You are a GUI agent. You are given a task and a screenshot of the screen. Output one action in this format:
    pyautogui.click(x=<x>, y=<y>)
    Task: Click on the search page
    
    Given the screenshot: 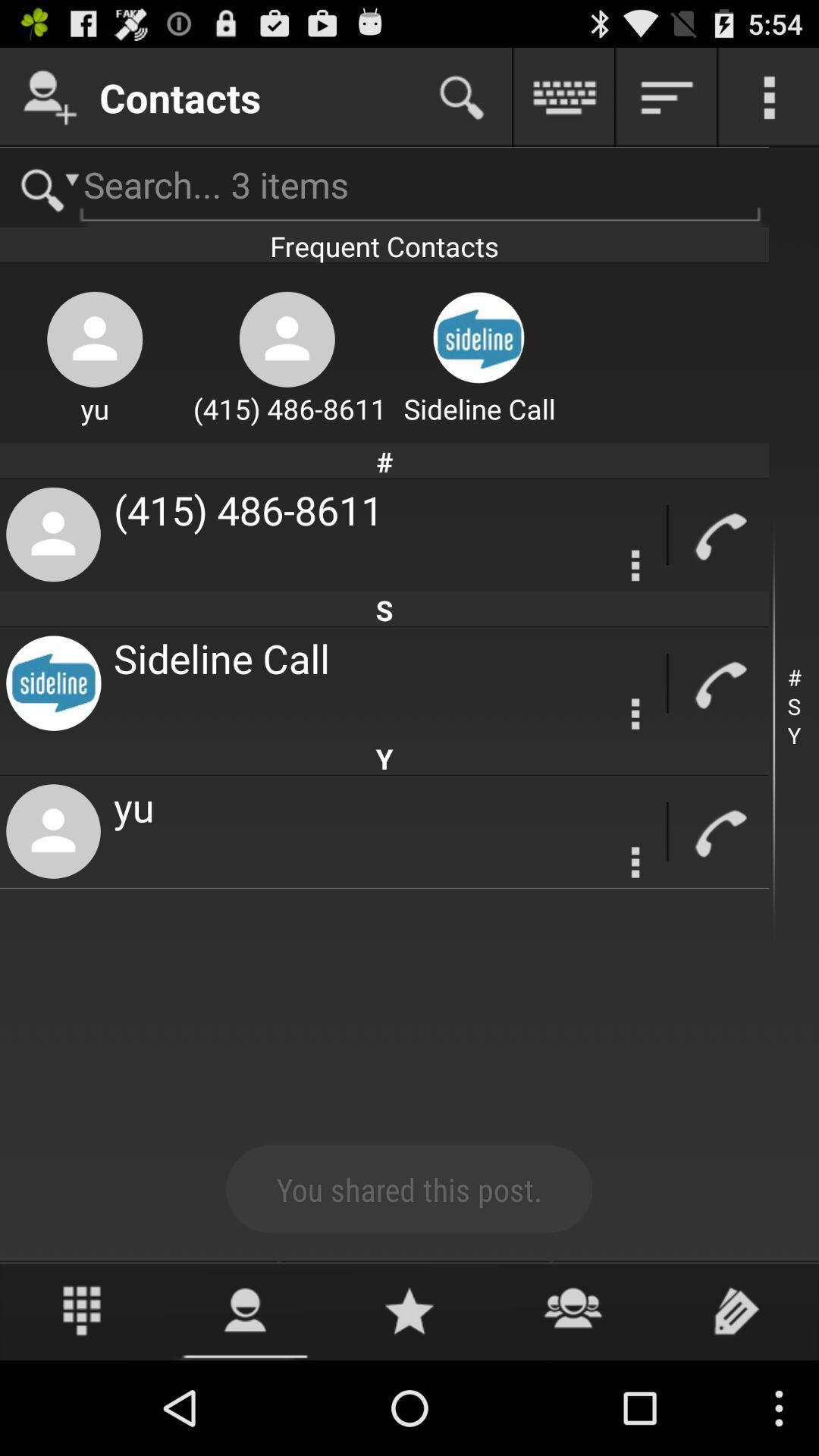 What is the action you would take?
    pyautogui.click(x=383, y=187)
    